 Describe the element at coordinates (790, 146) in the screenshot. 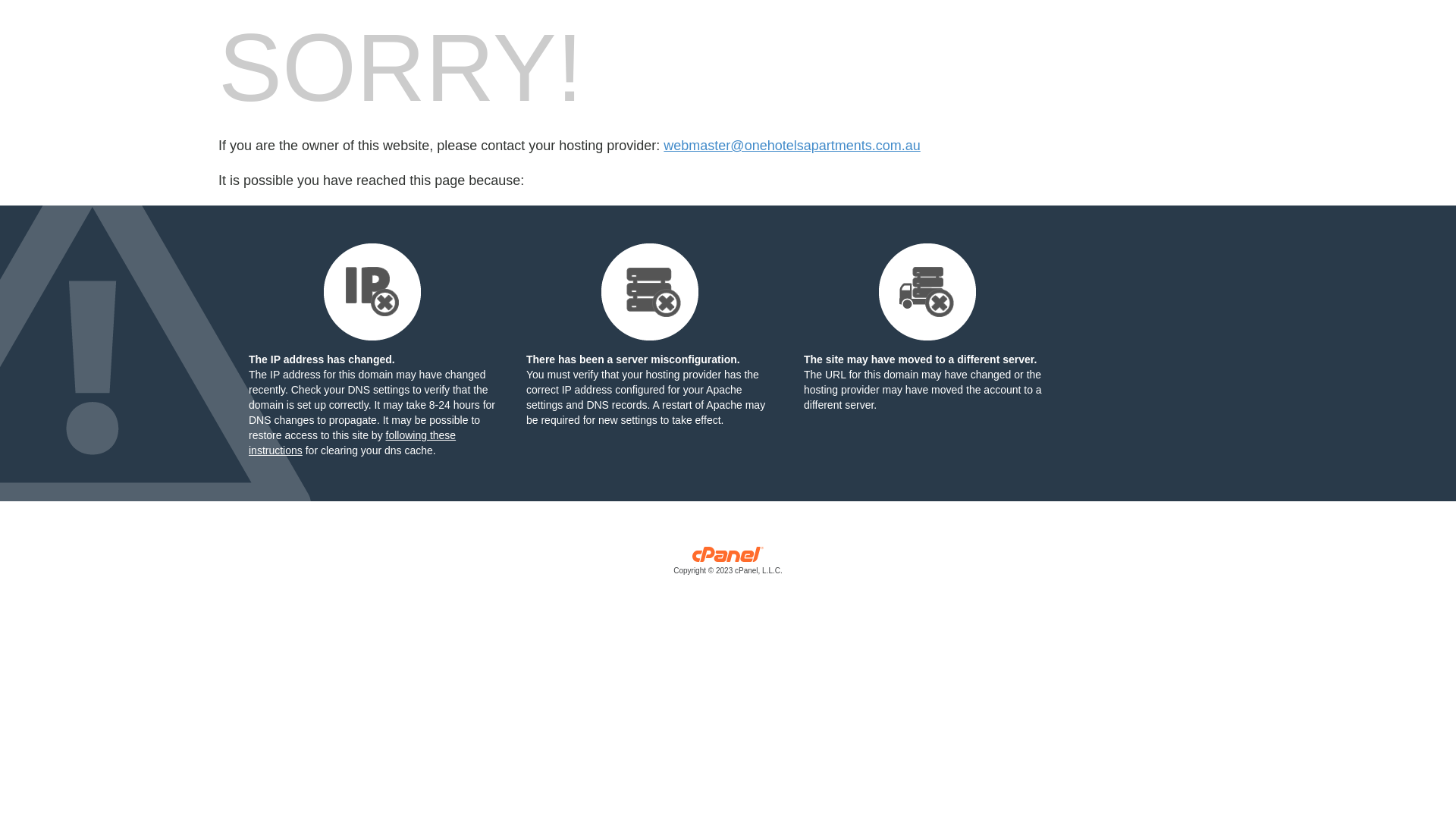

I see `'webmaster@onehotelsapartments.com.au'` at that location.